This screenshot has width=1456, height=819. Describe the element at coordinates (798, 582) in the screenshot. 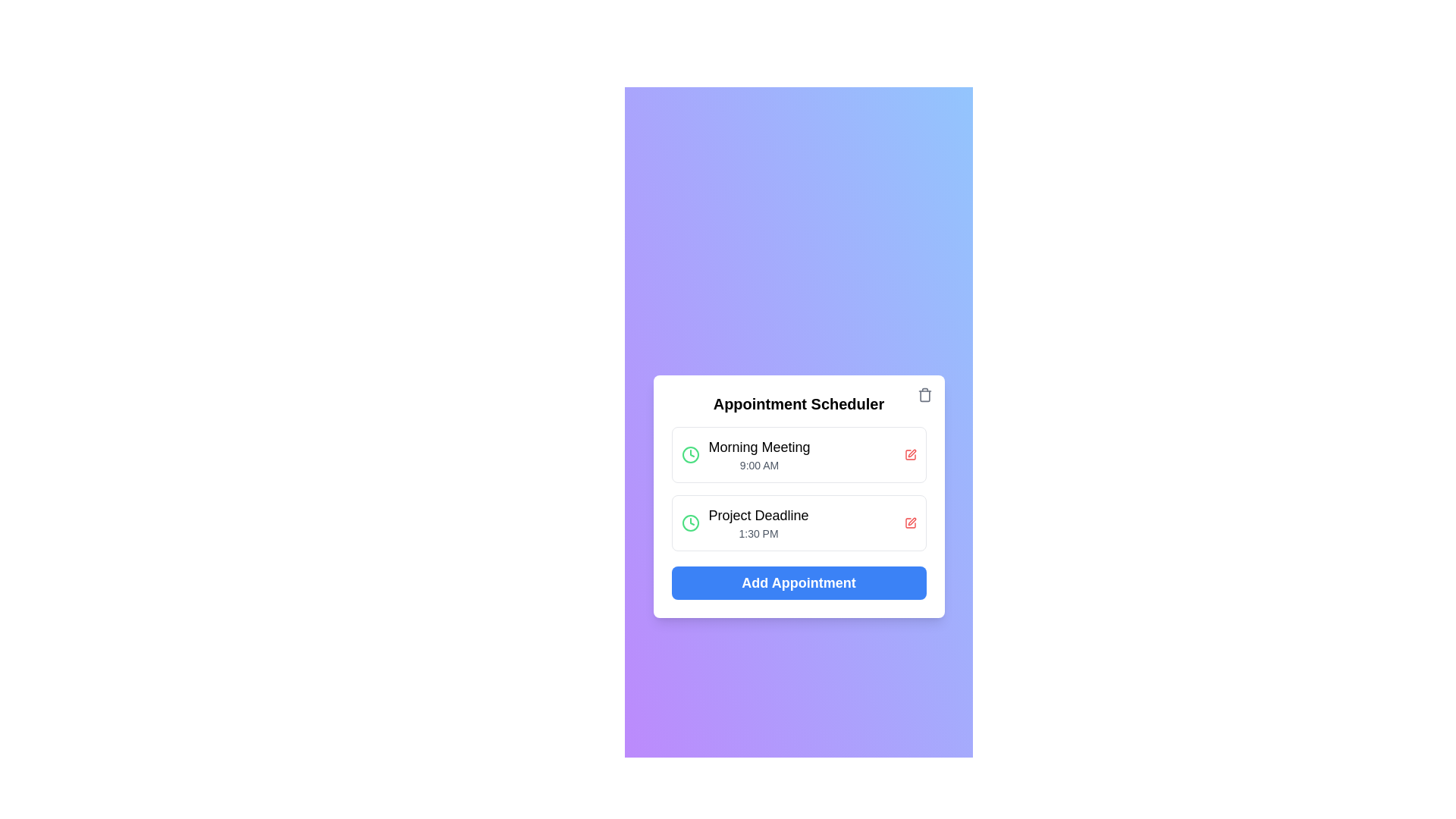

I see `the button that opens the new appointment form in the Appointment Scheduler interface for keyboard interaction` at that location.